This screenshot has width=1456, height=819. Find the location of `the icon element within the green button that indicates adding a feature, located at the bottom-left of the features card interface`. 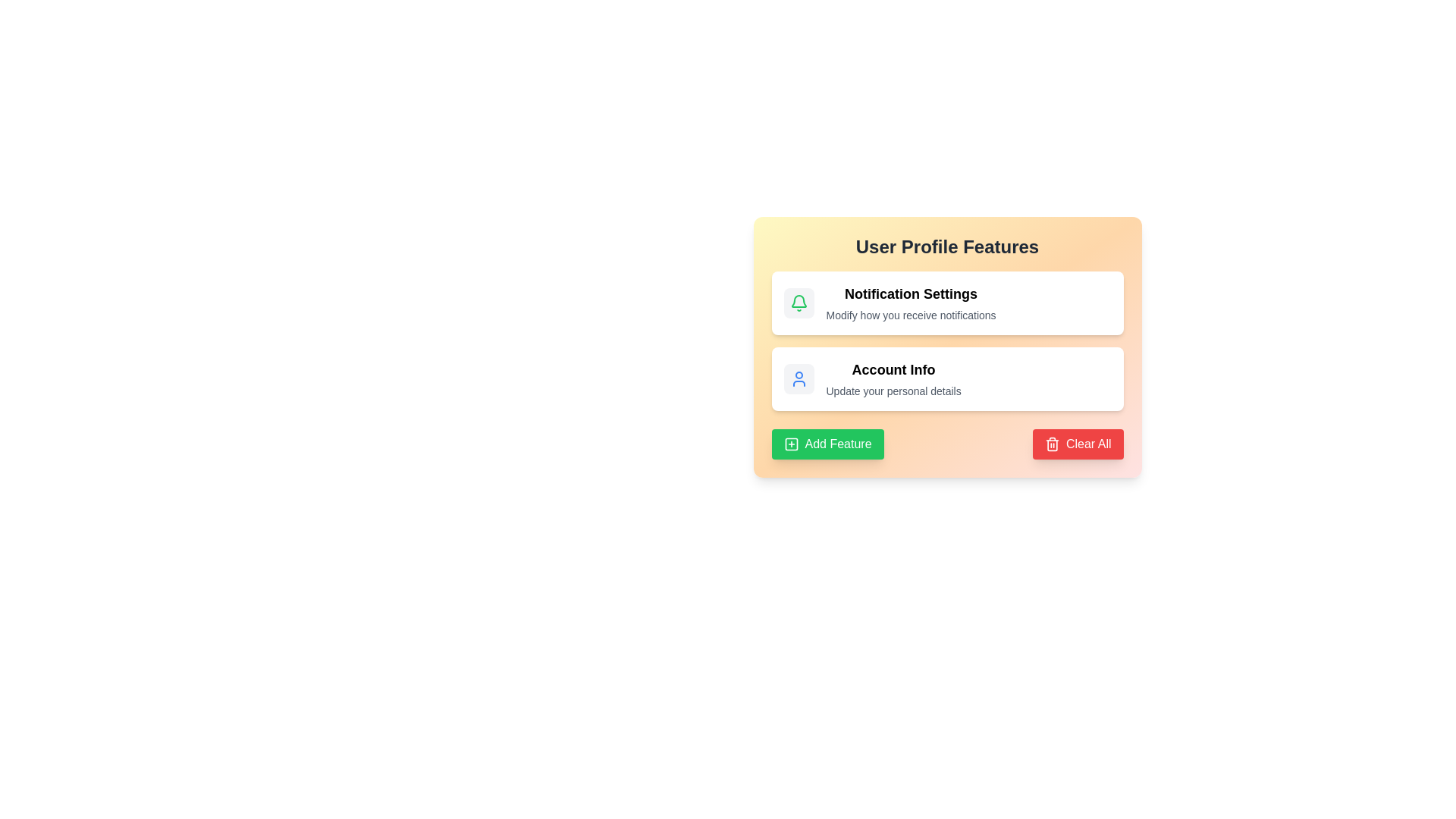

the icon element within the green button that indicates adding a feature, located at the bottom-left of the features card interface is located at coordinates (790, 444).